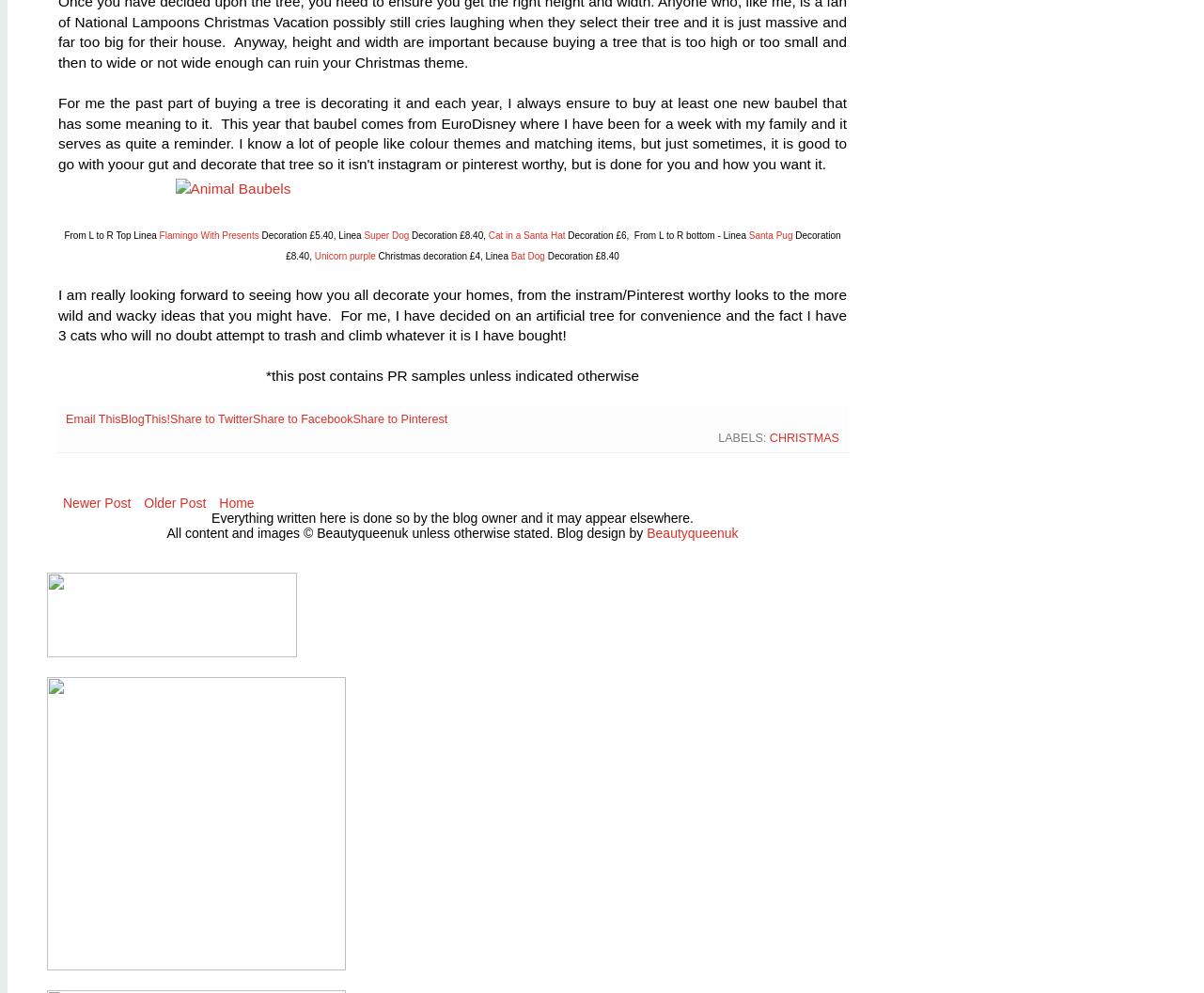 This screenshot has height=993, width=1204. Describe the element at coordinates (748, 234) in the screenshot. I see `'Santa Pug'` at that location.